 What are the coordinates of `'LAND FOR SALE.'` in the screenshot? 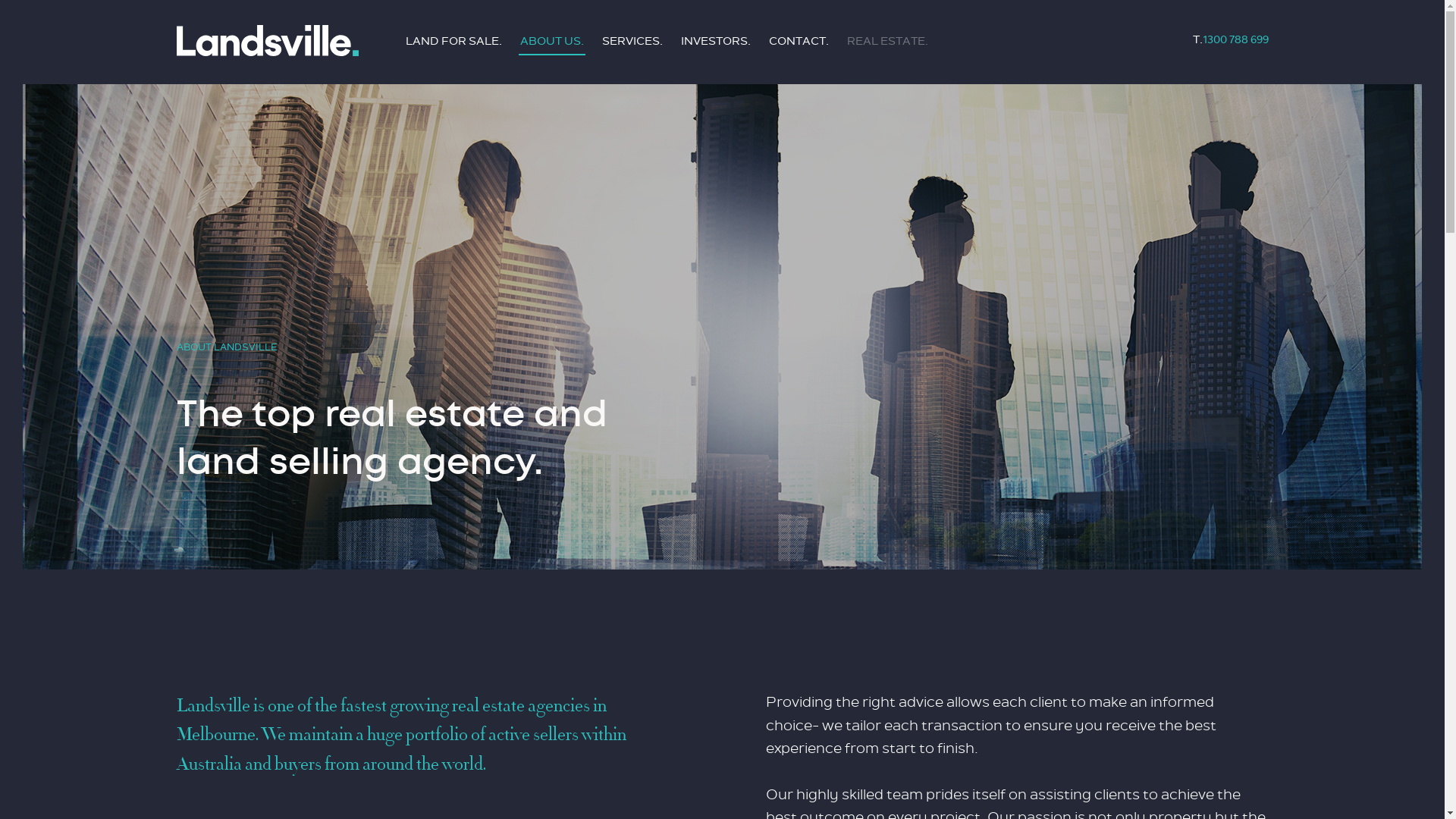 It's located at (452, 40).